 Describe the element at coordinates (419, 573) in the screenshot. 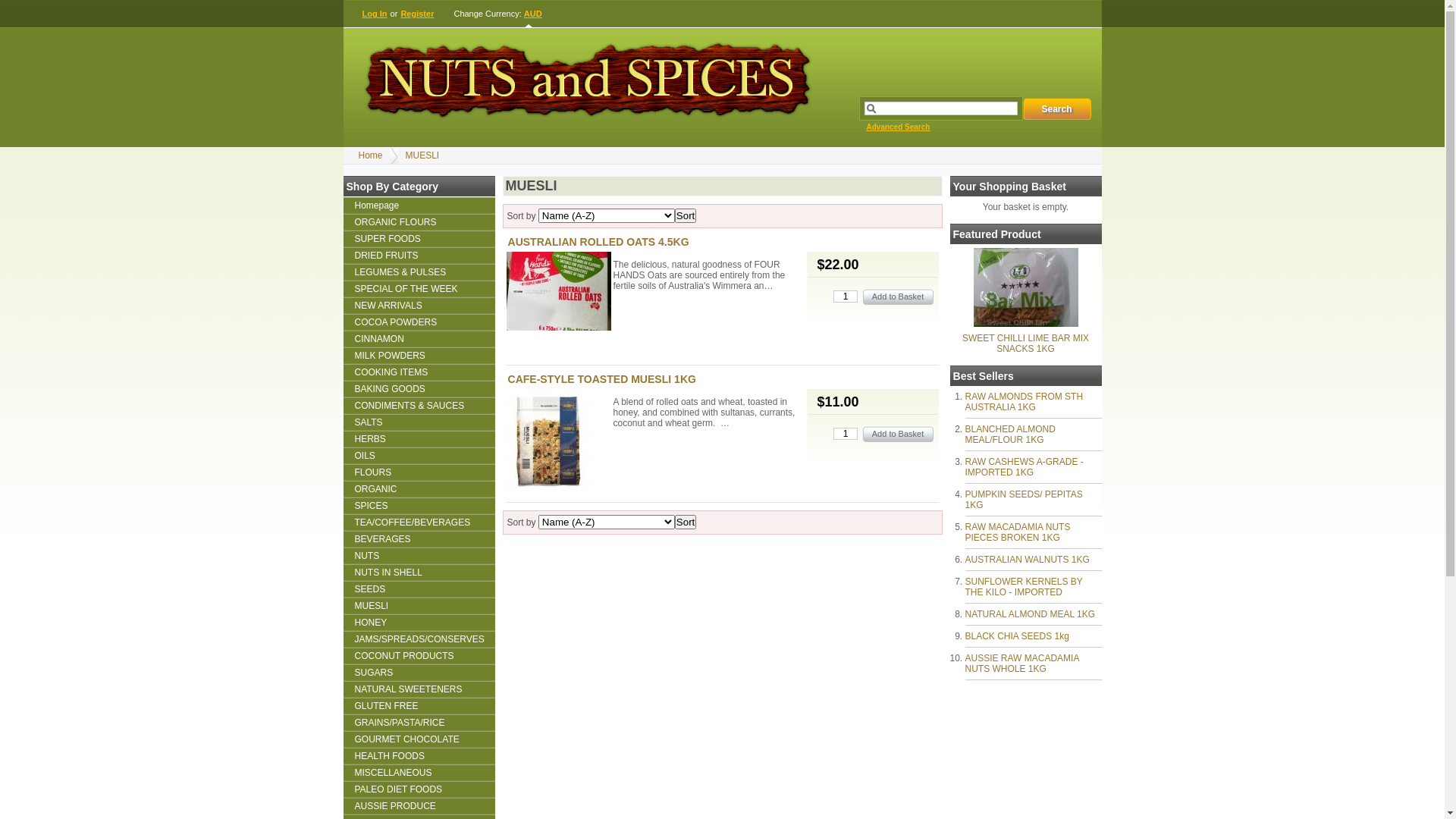

I see `'NUTS IN SHELL'` at that location.